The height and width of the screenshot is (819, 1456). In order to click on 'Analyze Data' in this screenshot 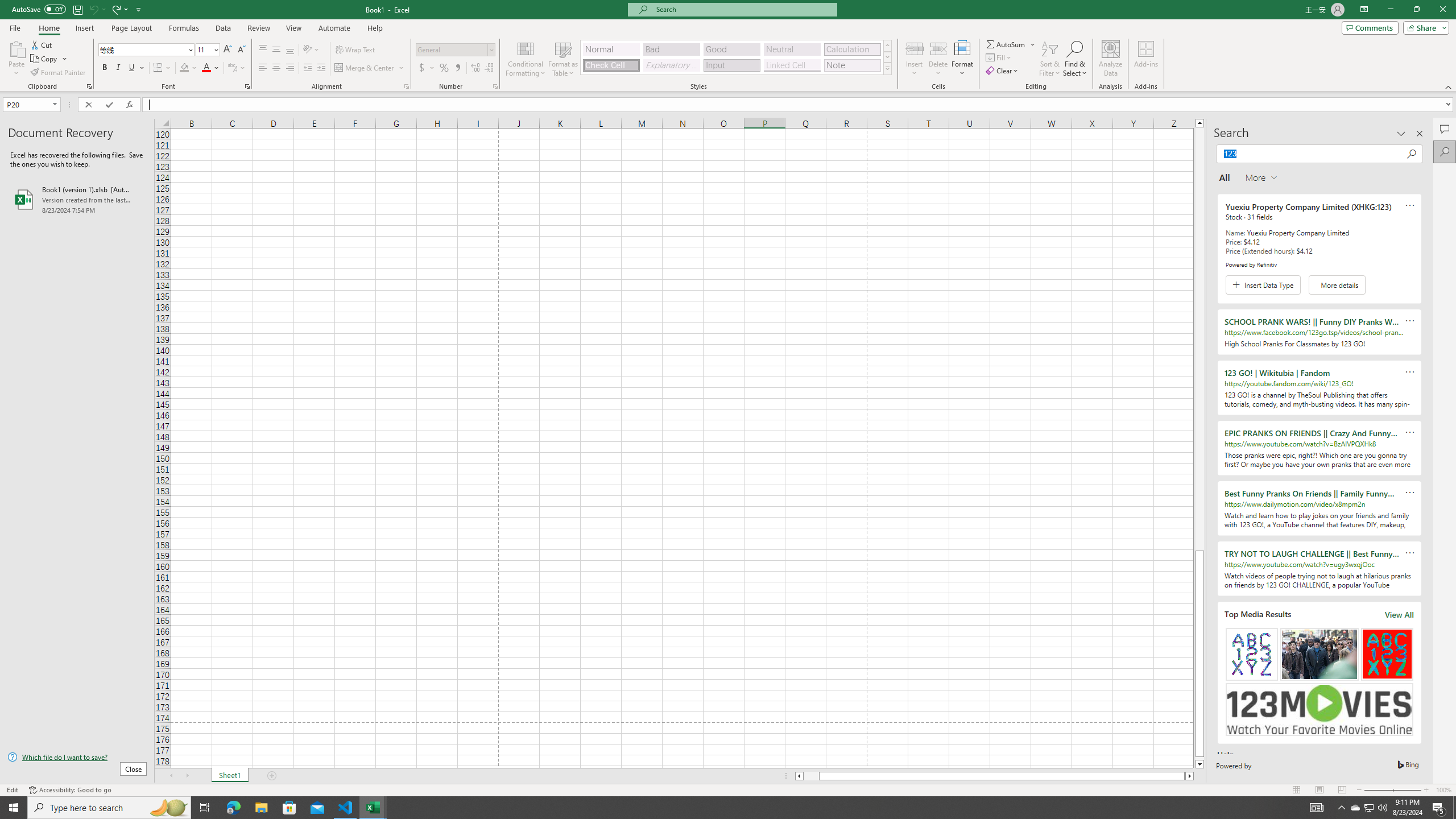, I will do `click(1110, 59)`.